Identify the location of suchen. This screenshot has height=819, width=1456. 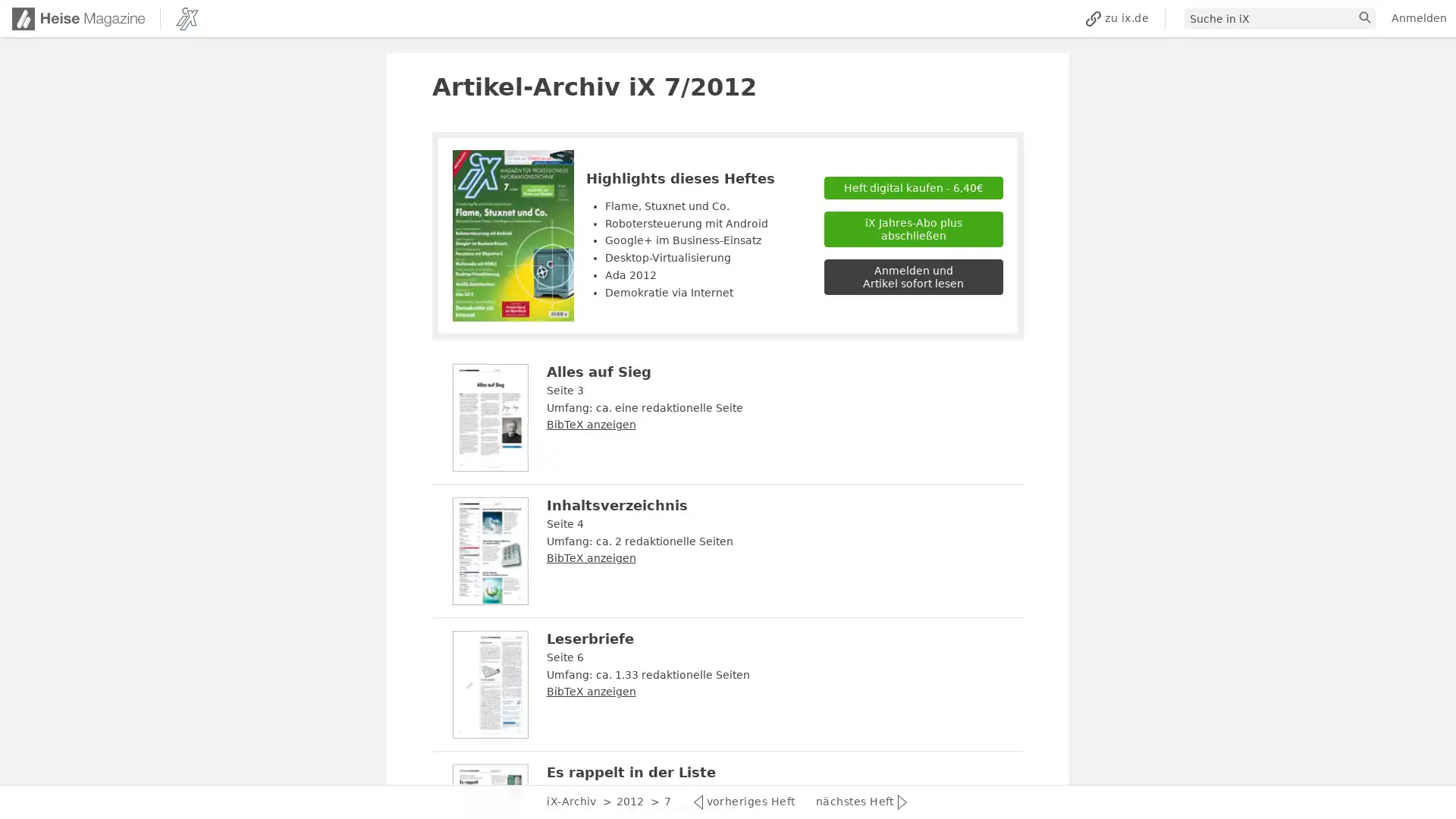
(1366, 18).